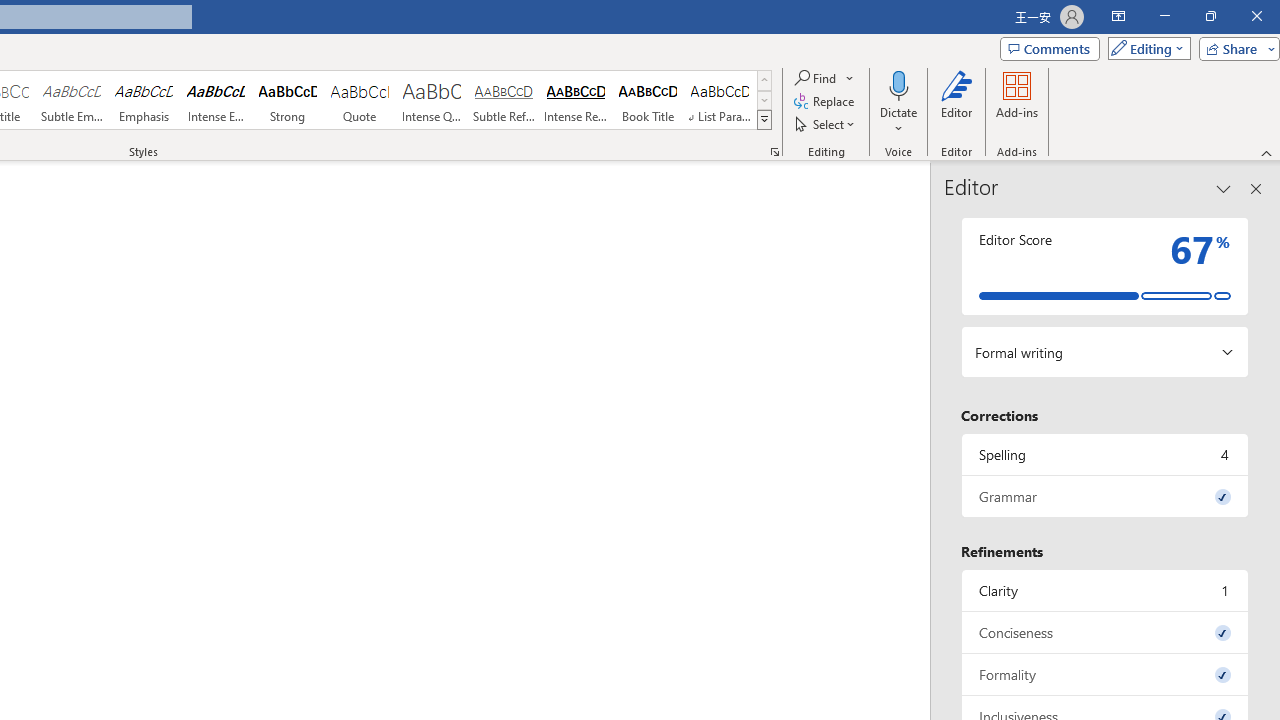 This screenshot has width=1280, height=720. What do you see at coordinates (898, 84) in the screenshot?
I see `'Dictate'` at bounding box center [898, 84].